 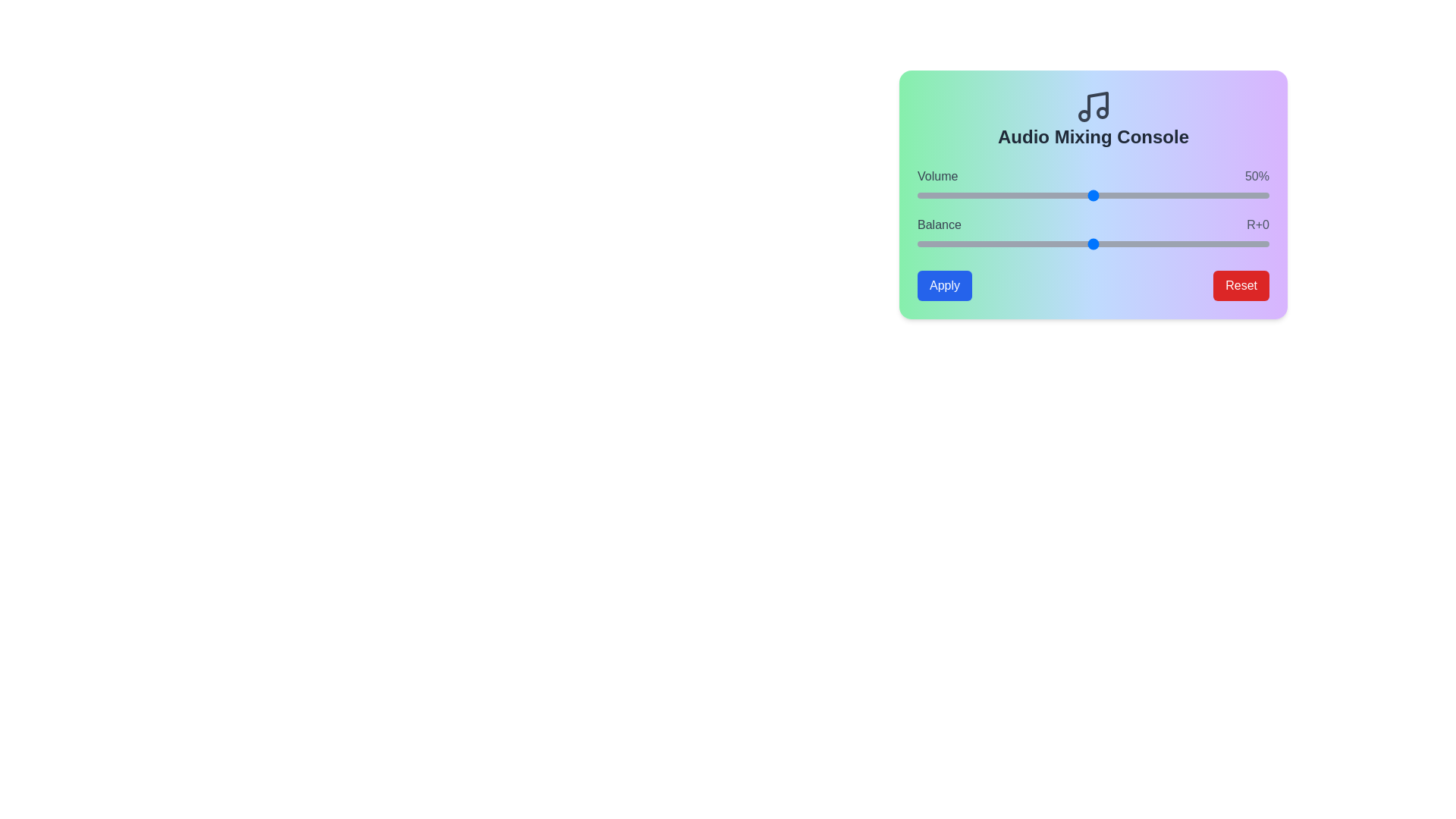 I want to click on balance, so click(x=1177, y=243).